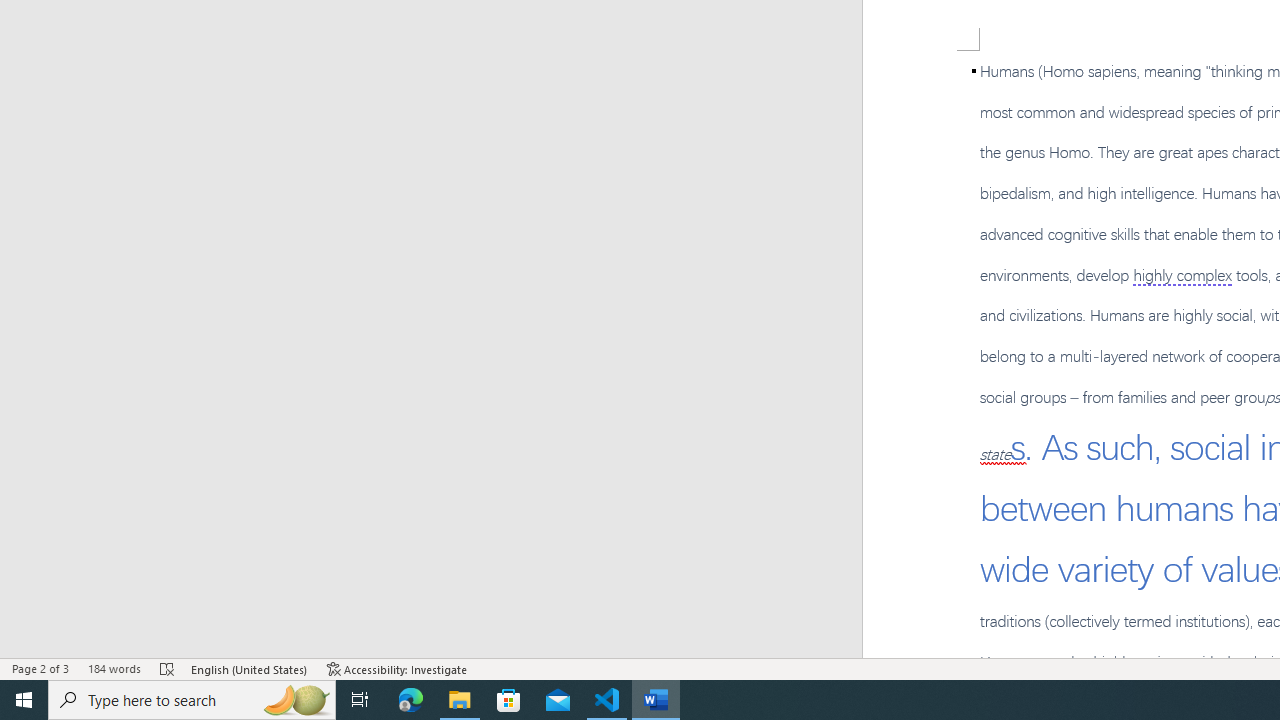 The image size is (1280, 720). What do you see at coordinates (294, 698) in the screenshot?
I see `'Search highlights icon opens search home window'` at bounding box center [294, 698].